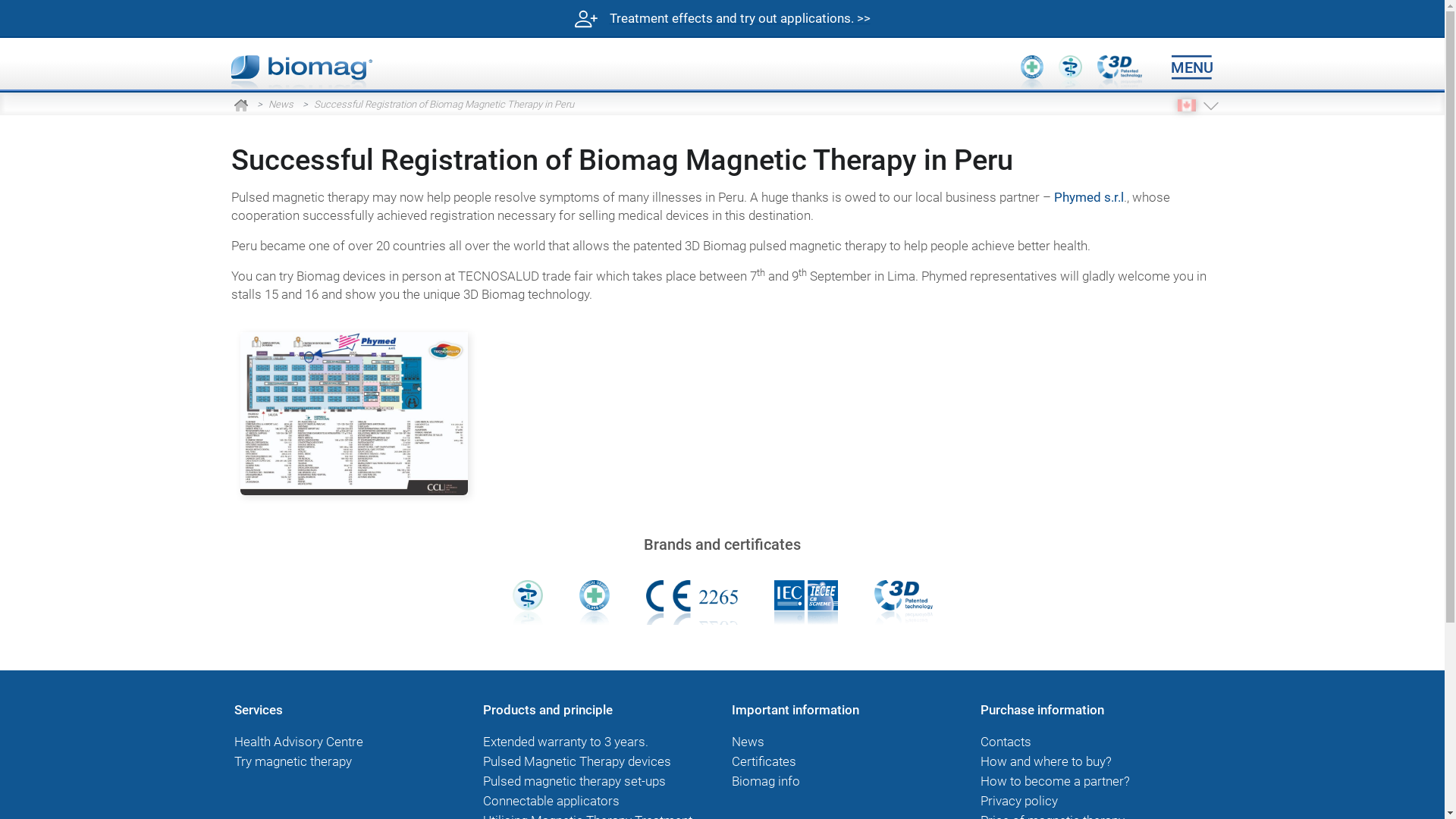  What do you see at coordinates (575, 761) in the screenshot?
I see `'Pulsed Magnetic Therapy devices'` at bounding box center [575, 761].